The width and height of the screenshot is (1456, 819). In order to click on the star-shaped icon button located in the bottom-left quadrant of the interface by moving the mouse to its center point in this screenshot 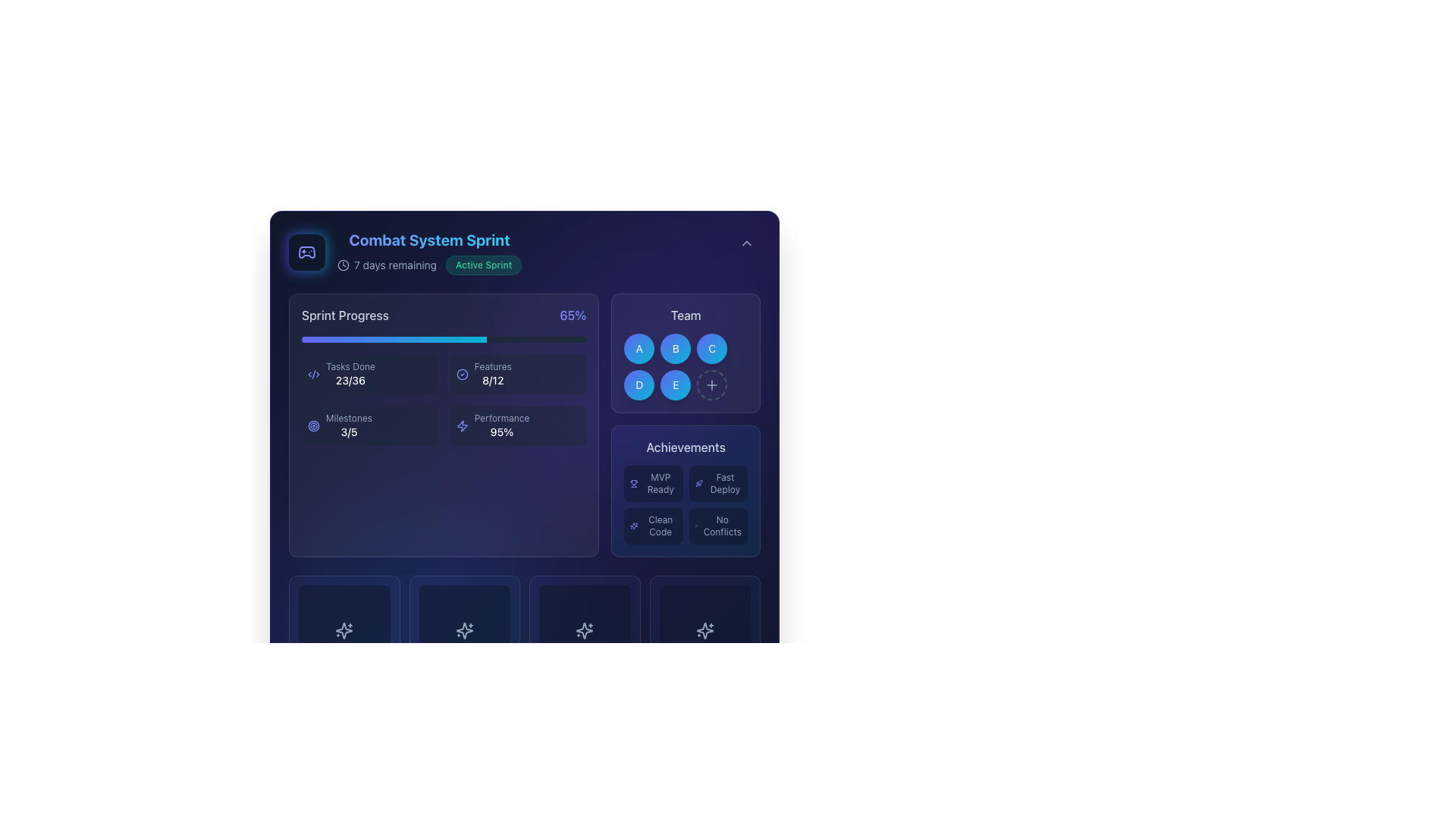, I will do `click(344, 631)`.